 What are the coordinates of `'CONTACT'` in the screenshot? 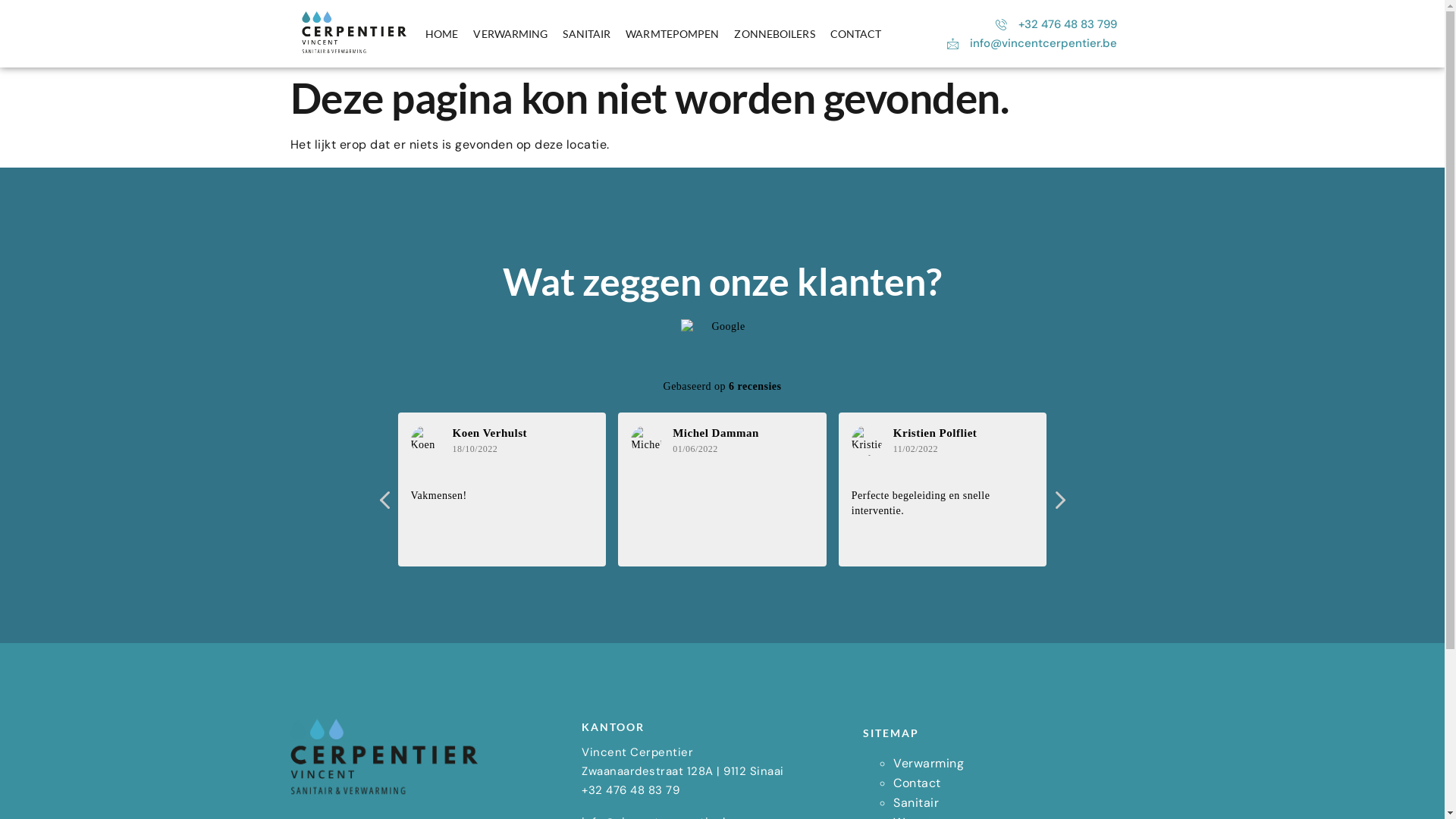 It's located at (855, 34).